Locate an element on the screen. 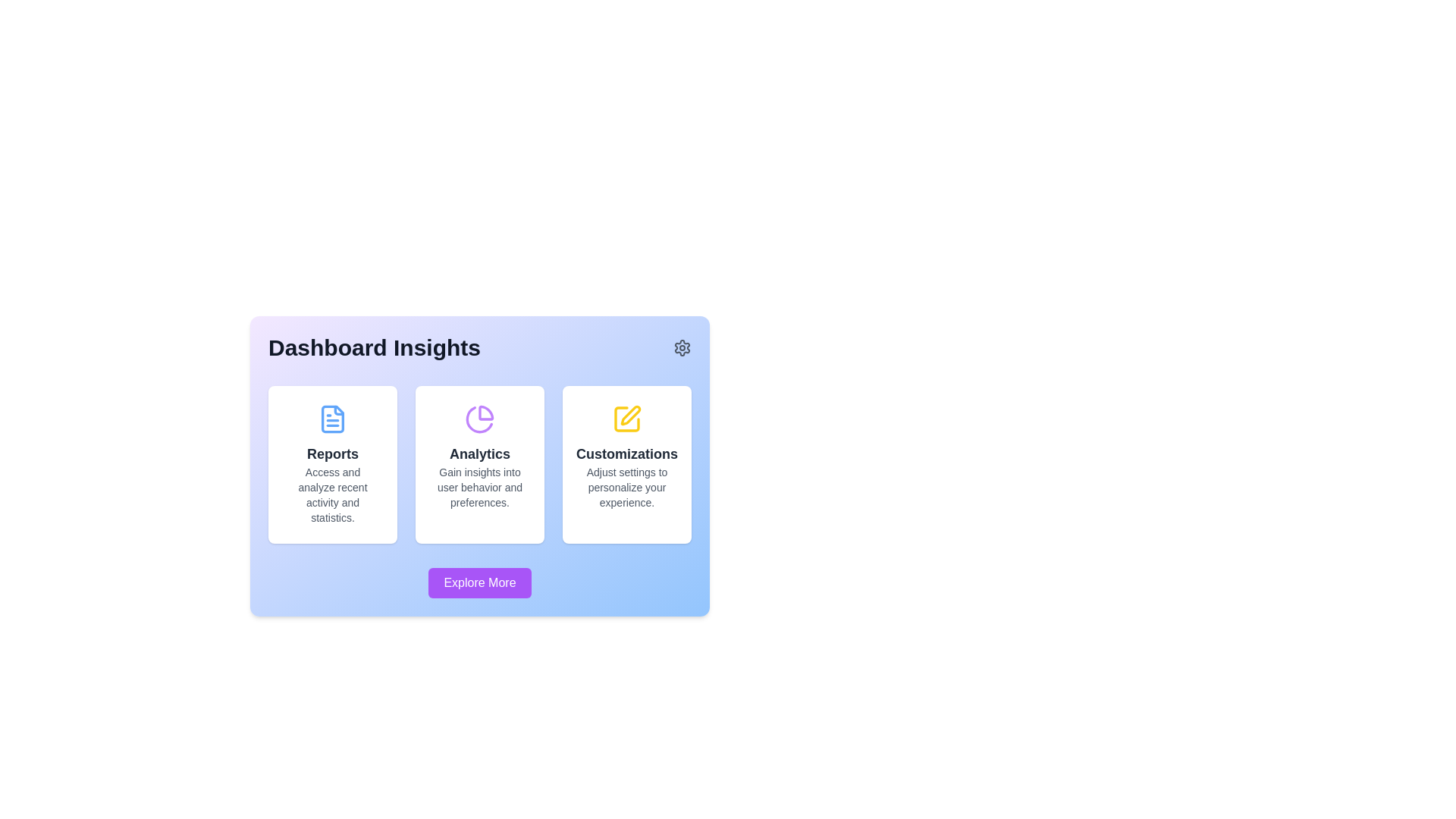 The image size is (1456, 819). the customization icon located at the top center of the 'Customizations' card within the 'Dashboard Insights' section is located at coordinates (626, 419).